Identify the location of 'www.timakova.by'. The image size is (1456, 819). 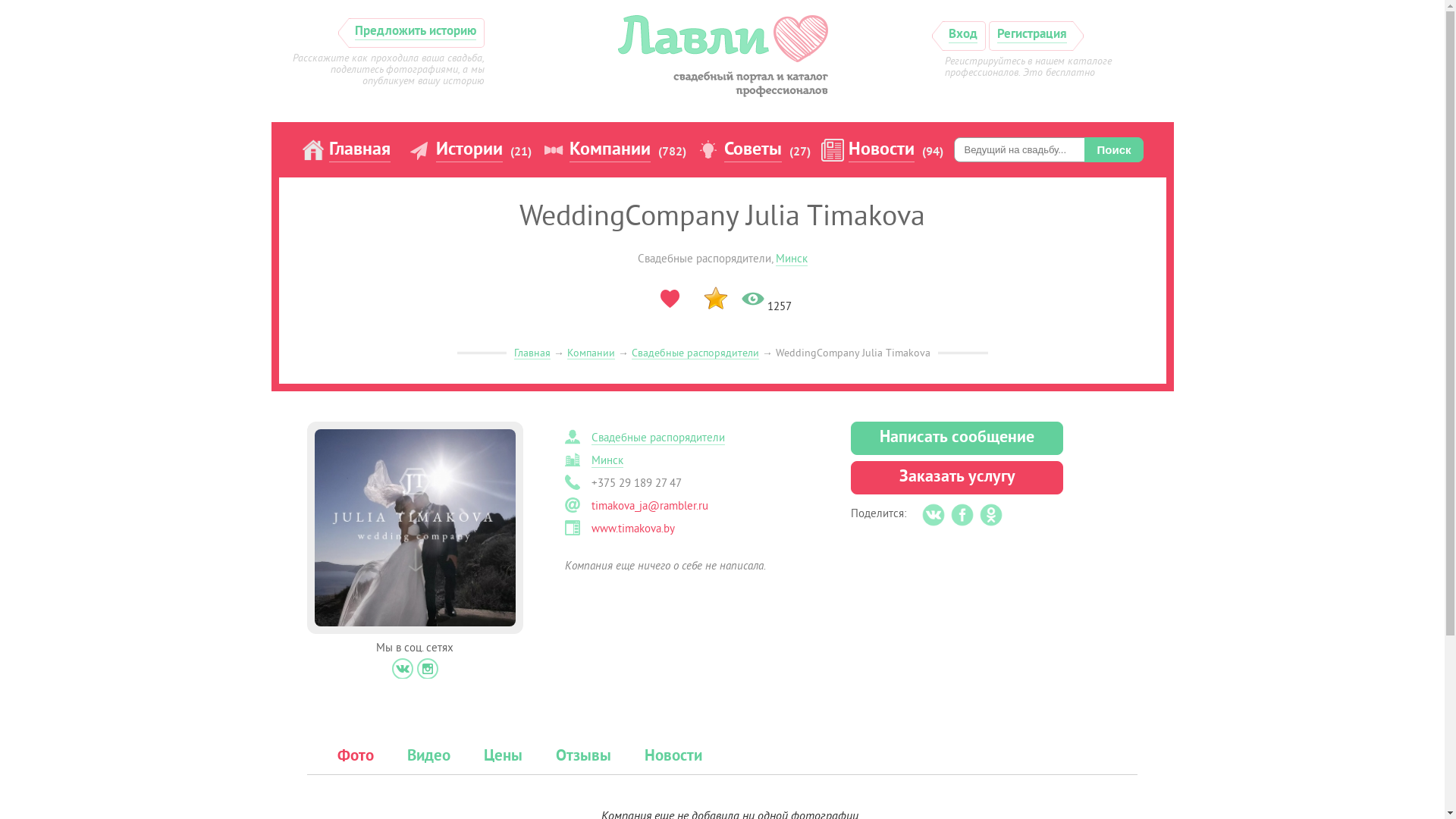
(590, 528).